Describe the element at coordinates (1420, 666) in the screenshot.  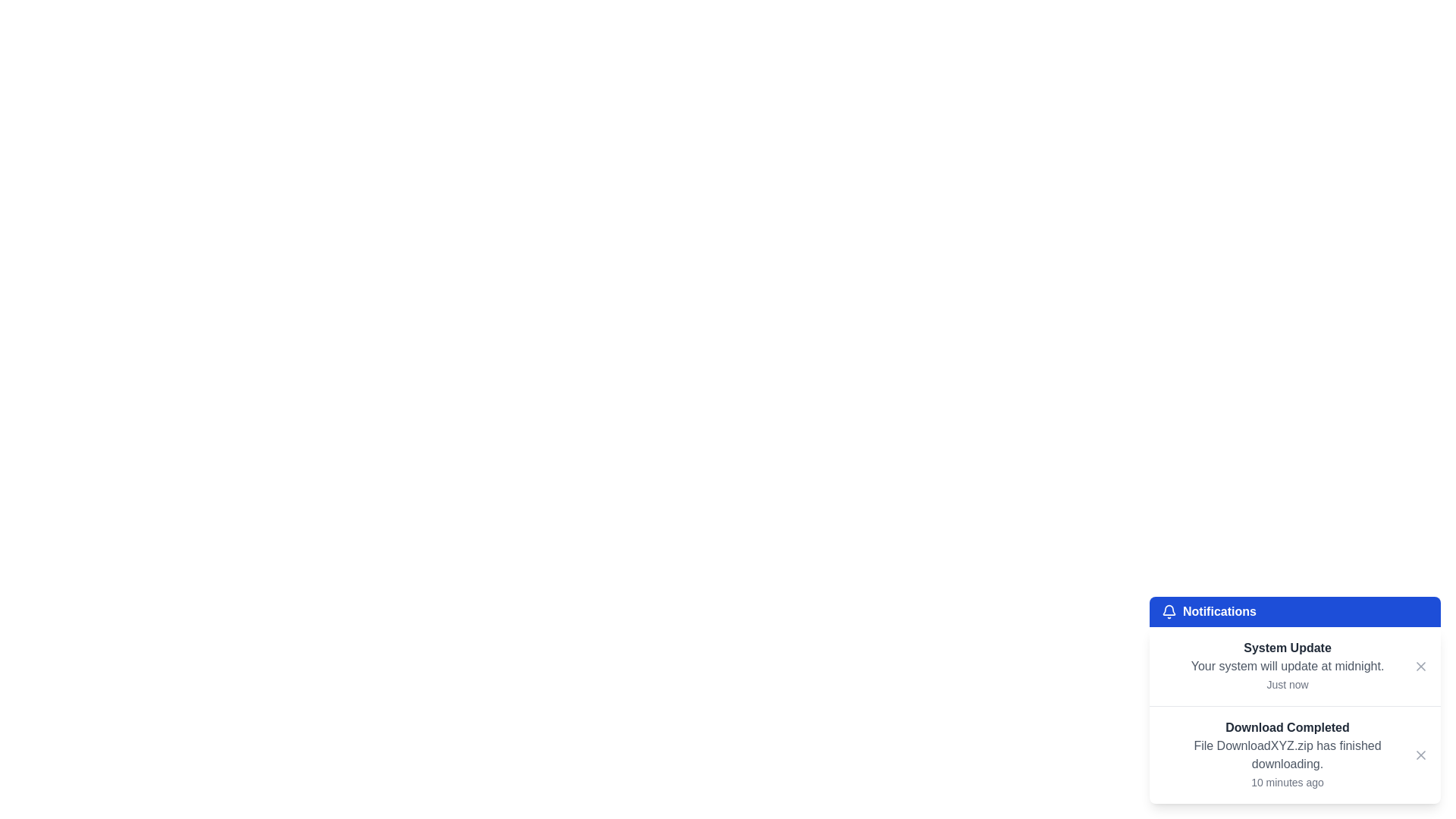
I see `the cross-shaped close icon located in the top-right corner of the 'System Update' notification` at that location.